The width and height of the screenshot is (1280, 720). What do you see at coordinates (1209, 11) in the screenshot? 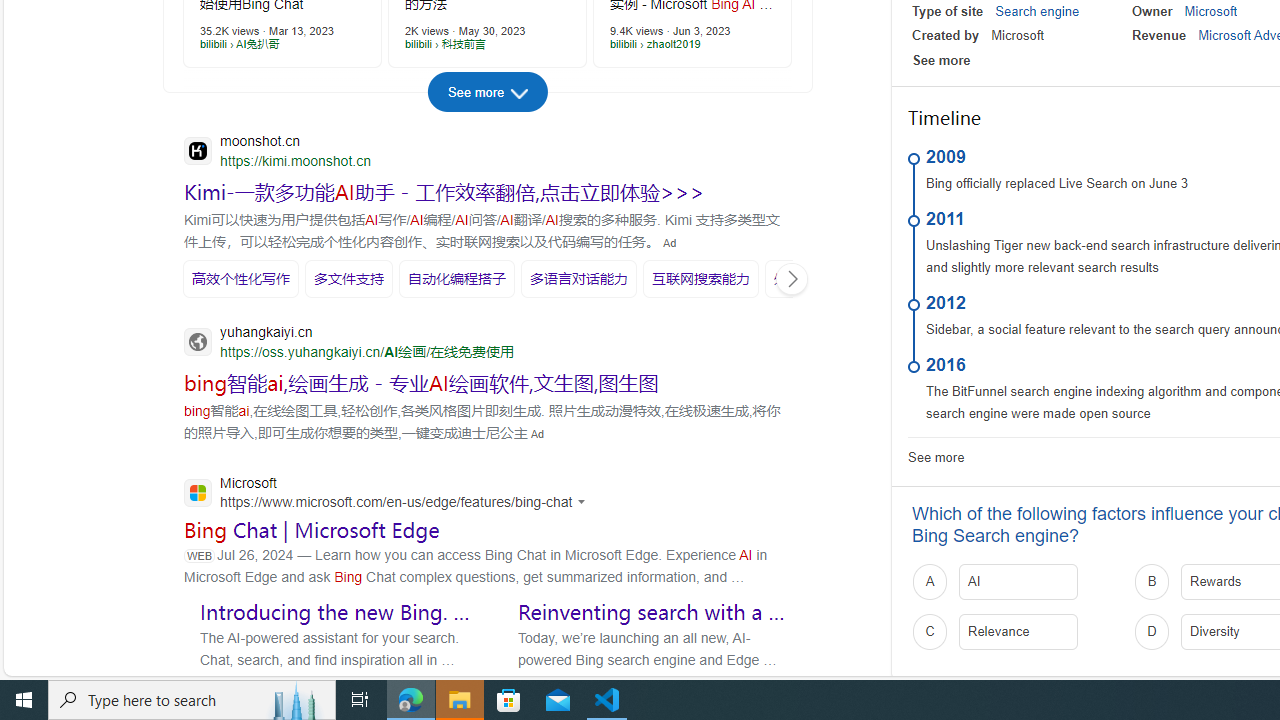
I see `'Microsoft'` at bounding box center [1209, 11].